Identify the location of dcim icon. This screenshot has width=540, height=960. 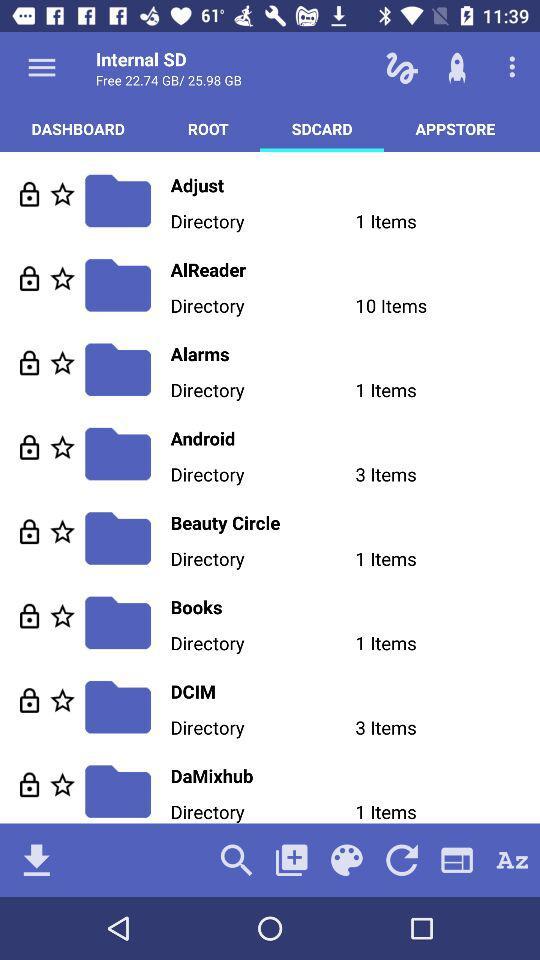
(354, 691).